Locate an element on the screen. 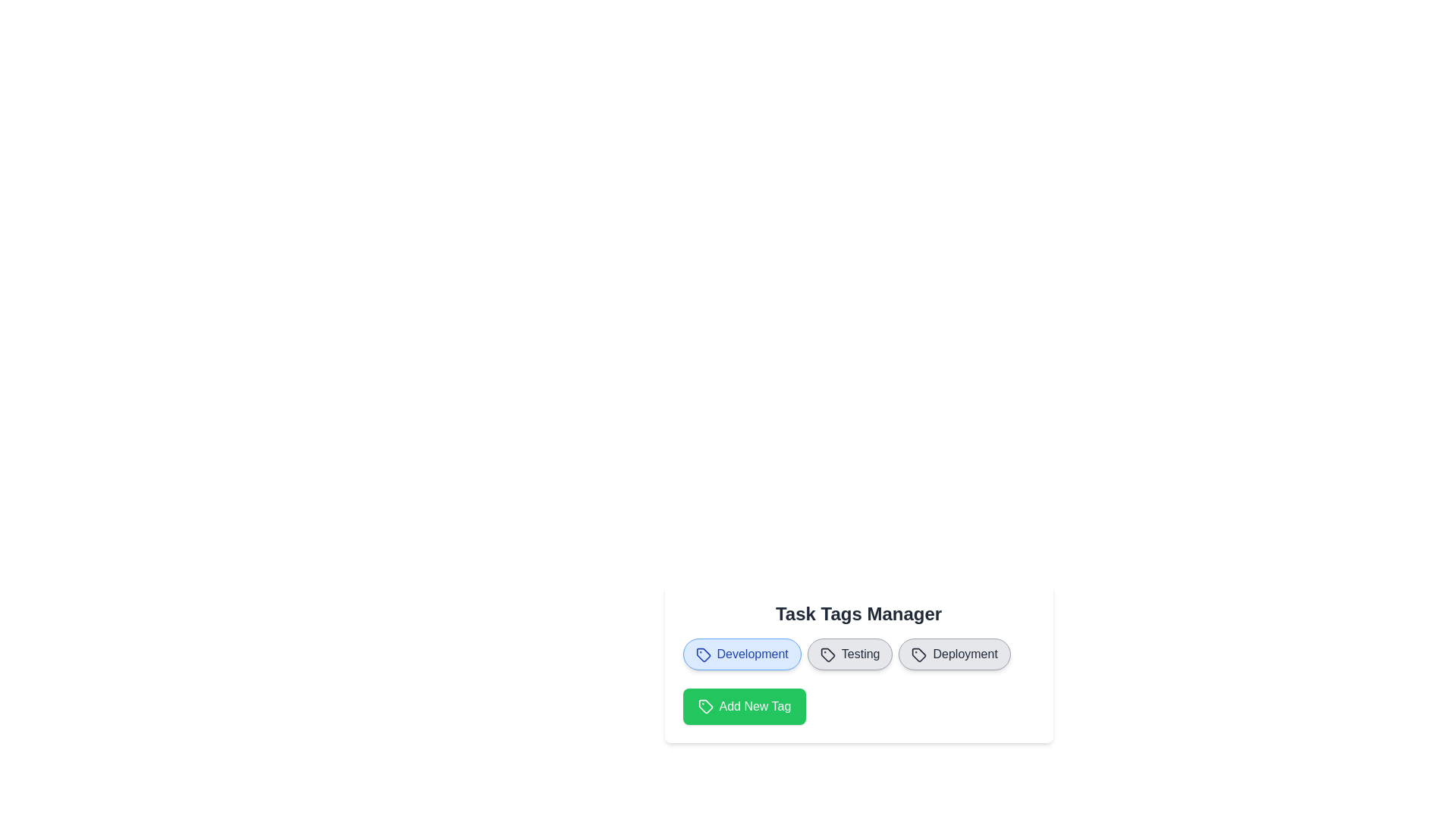 This screenshot has width=1456, height=819. the icon representing the tag or label for 'Development', which is the leftmost element inside the blue labeled button is located at coordinates (702, 654).